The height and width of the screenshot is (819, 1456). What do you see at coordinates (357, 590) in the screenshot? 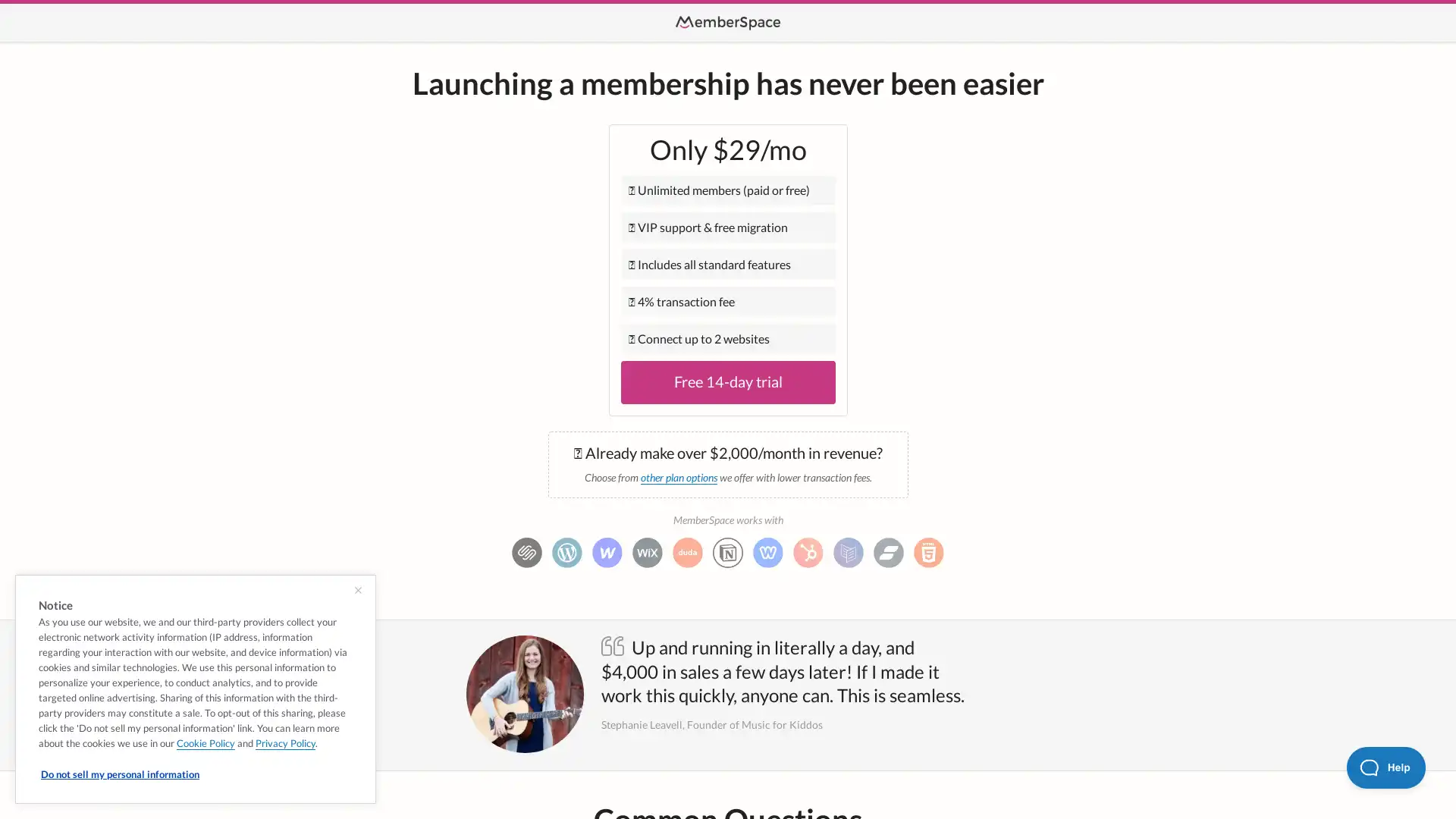
I see `consent-close-icon` at bounding box center [357, 590].